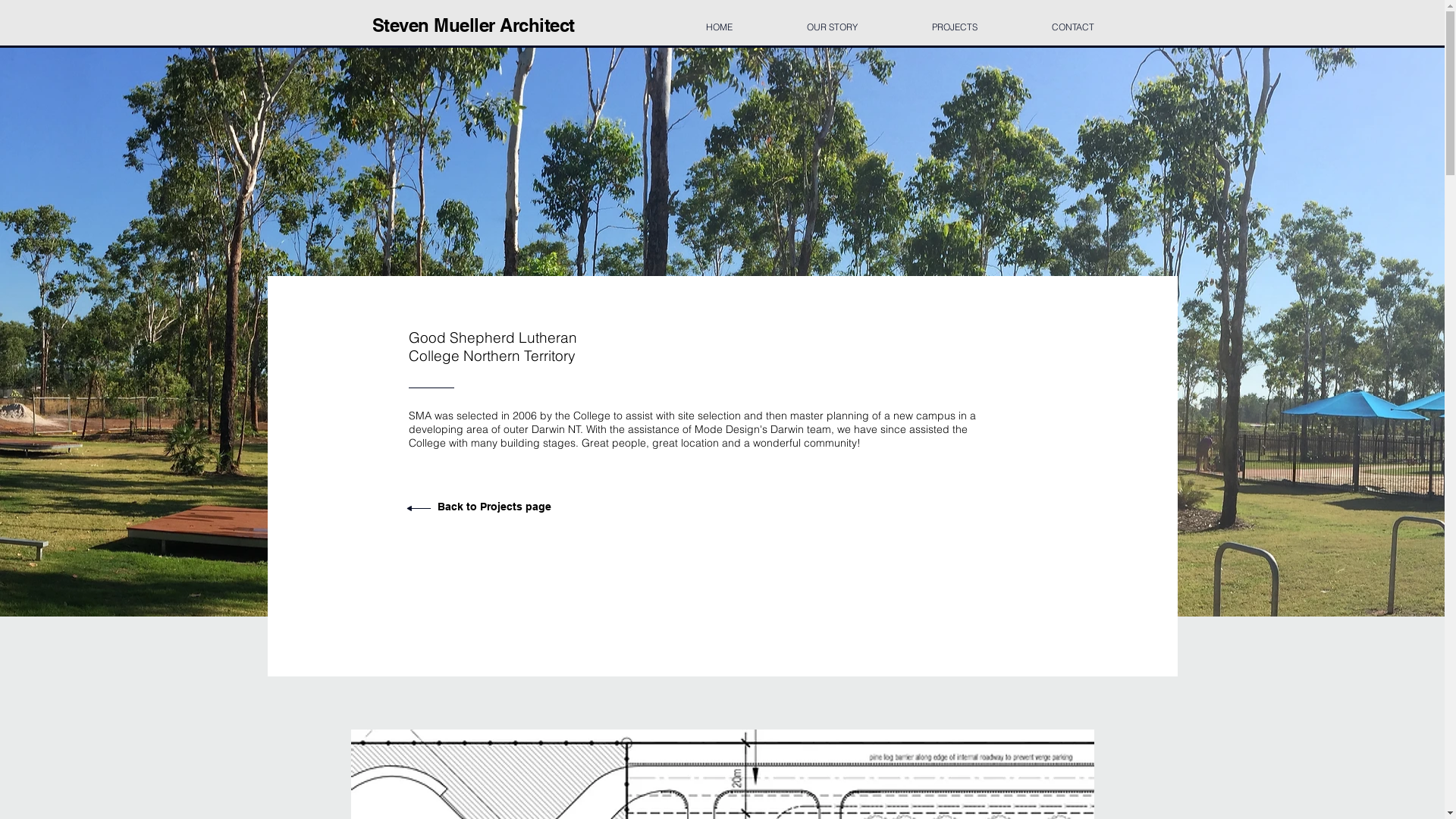  I want to click on 'Back to Projects page', so click(494, 506).